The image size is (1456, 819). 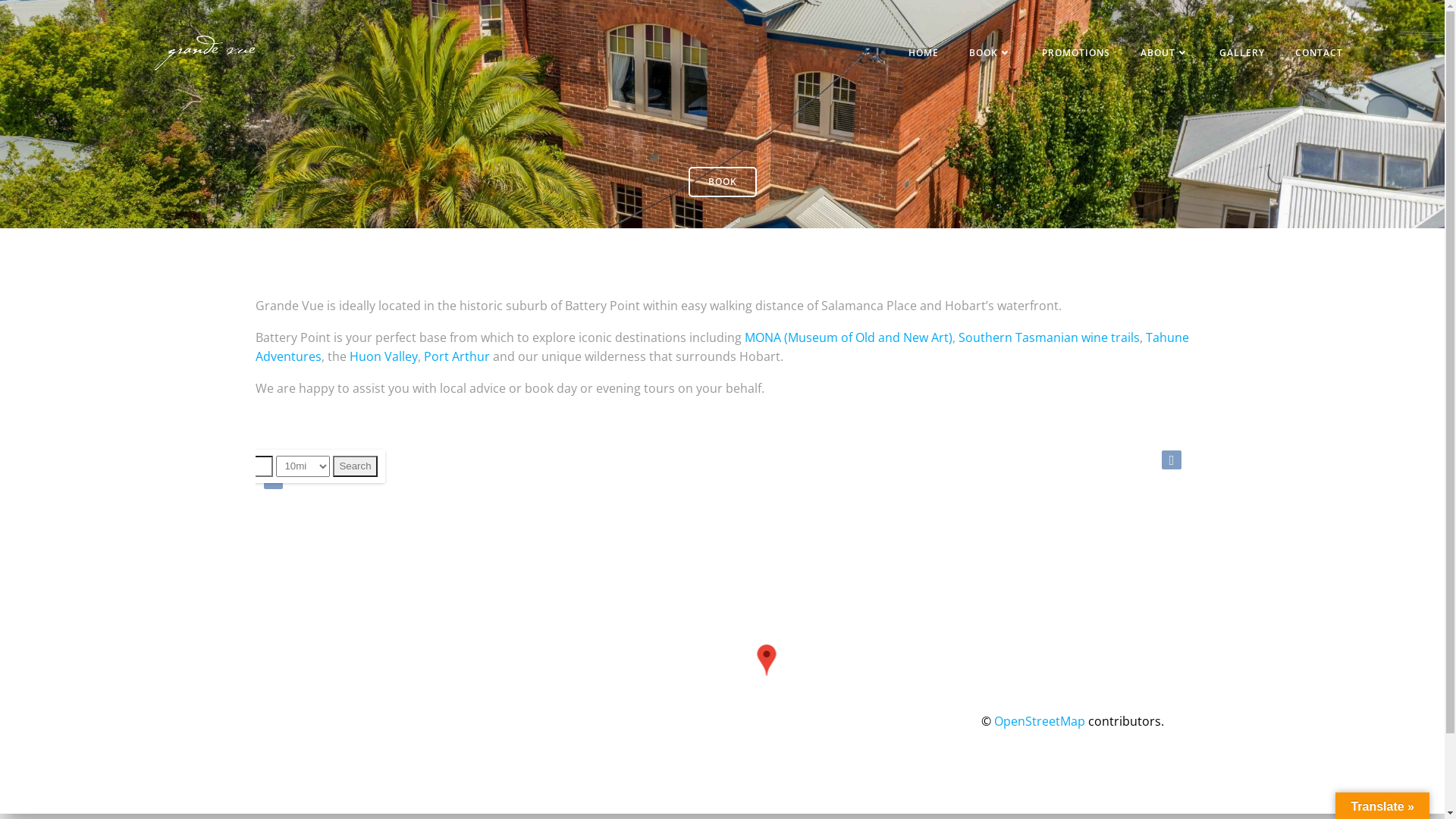 I want to click on 'Colibri', so click(x=857, y=773).